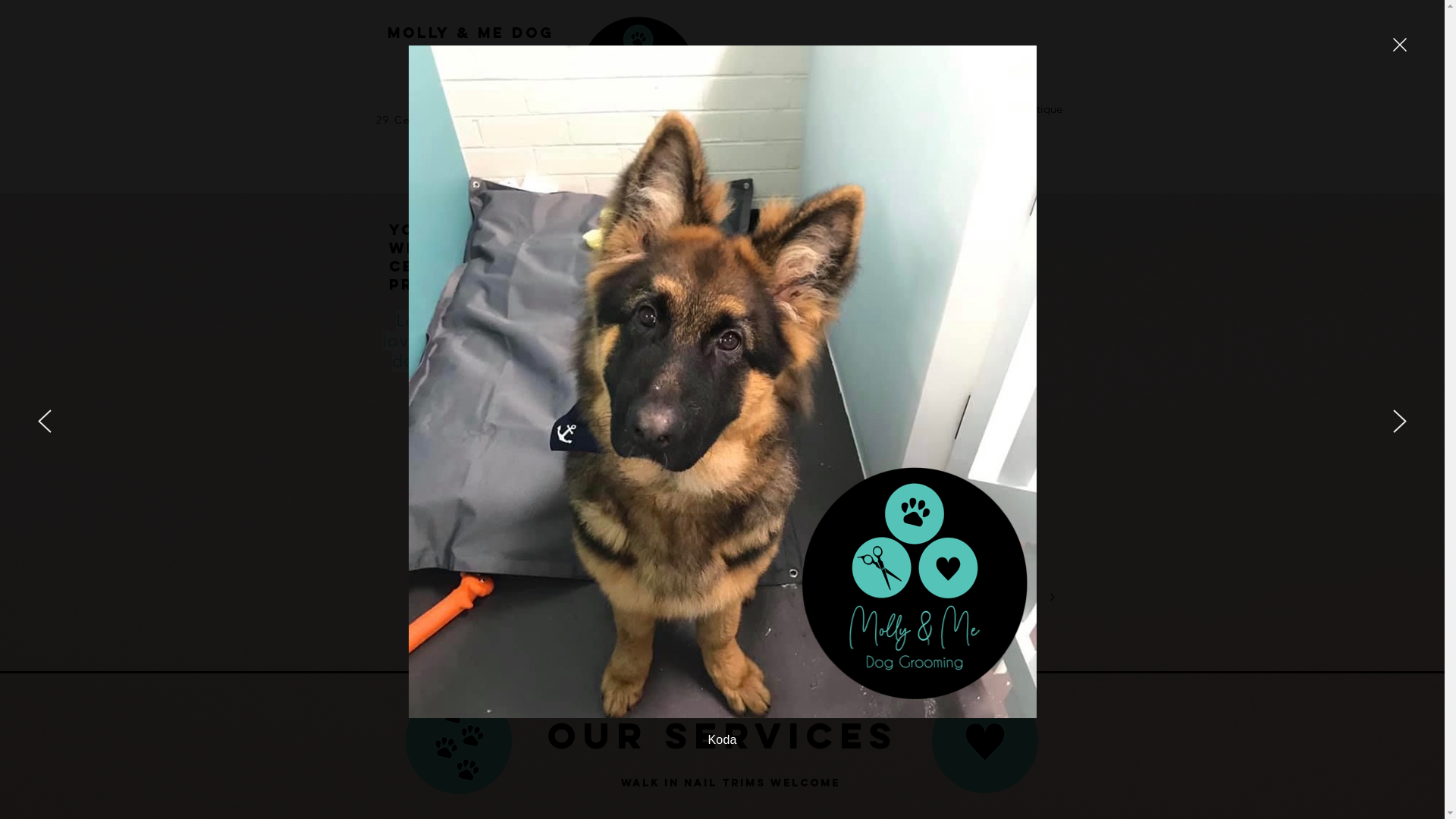 Image resolution: width=1456 pixels, height=819 pixels. I want to click on 'About Us', so click(819, 108).